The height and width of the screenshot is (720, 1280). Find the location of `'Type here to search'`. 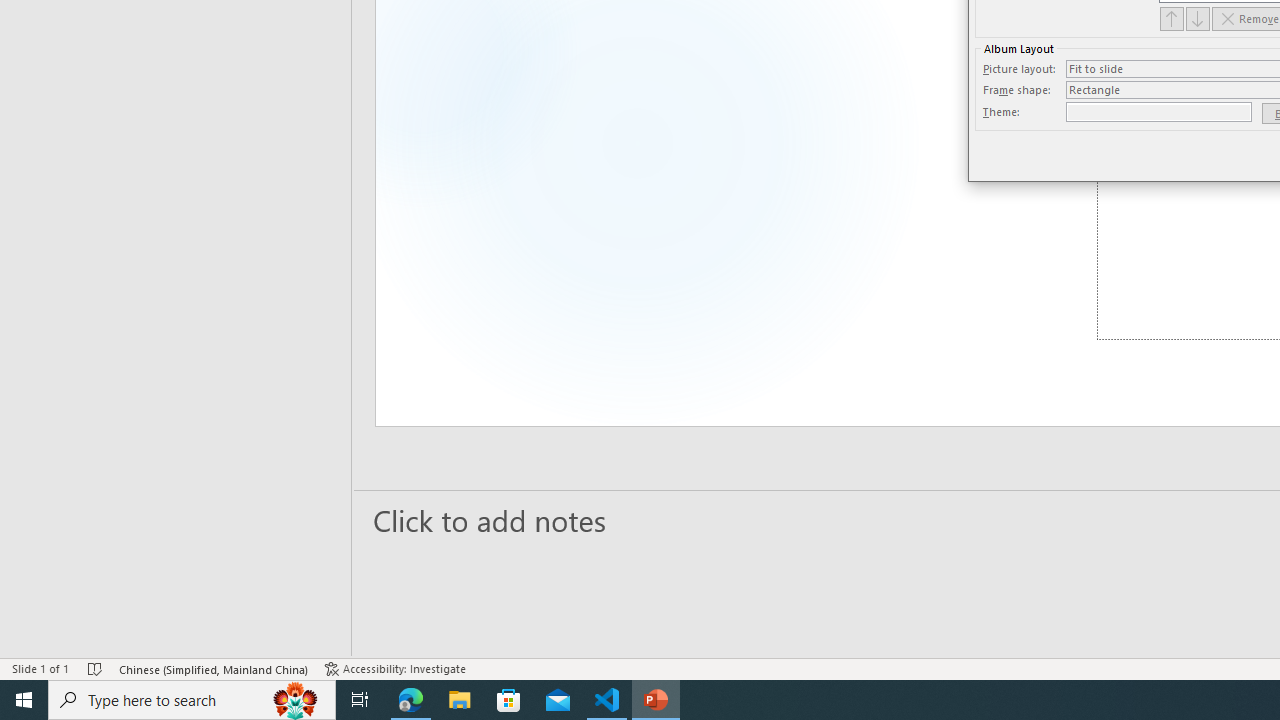

'Type here to search' is located at coordinates (192, 698).